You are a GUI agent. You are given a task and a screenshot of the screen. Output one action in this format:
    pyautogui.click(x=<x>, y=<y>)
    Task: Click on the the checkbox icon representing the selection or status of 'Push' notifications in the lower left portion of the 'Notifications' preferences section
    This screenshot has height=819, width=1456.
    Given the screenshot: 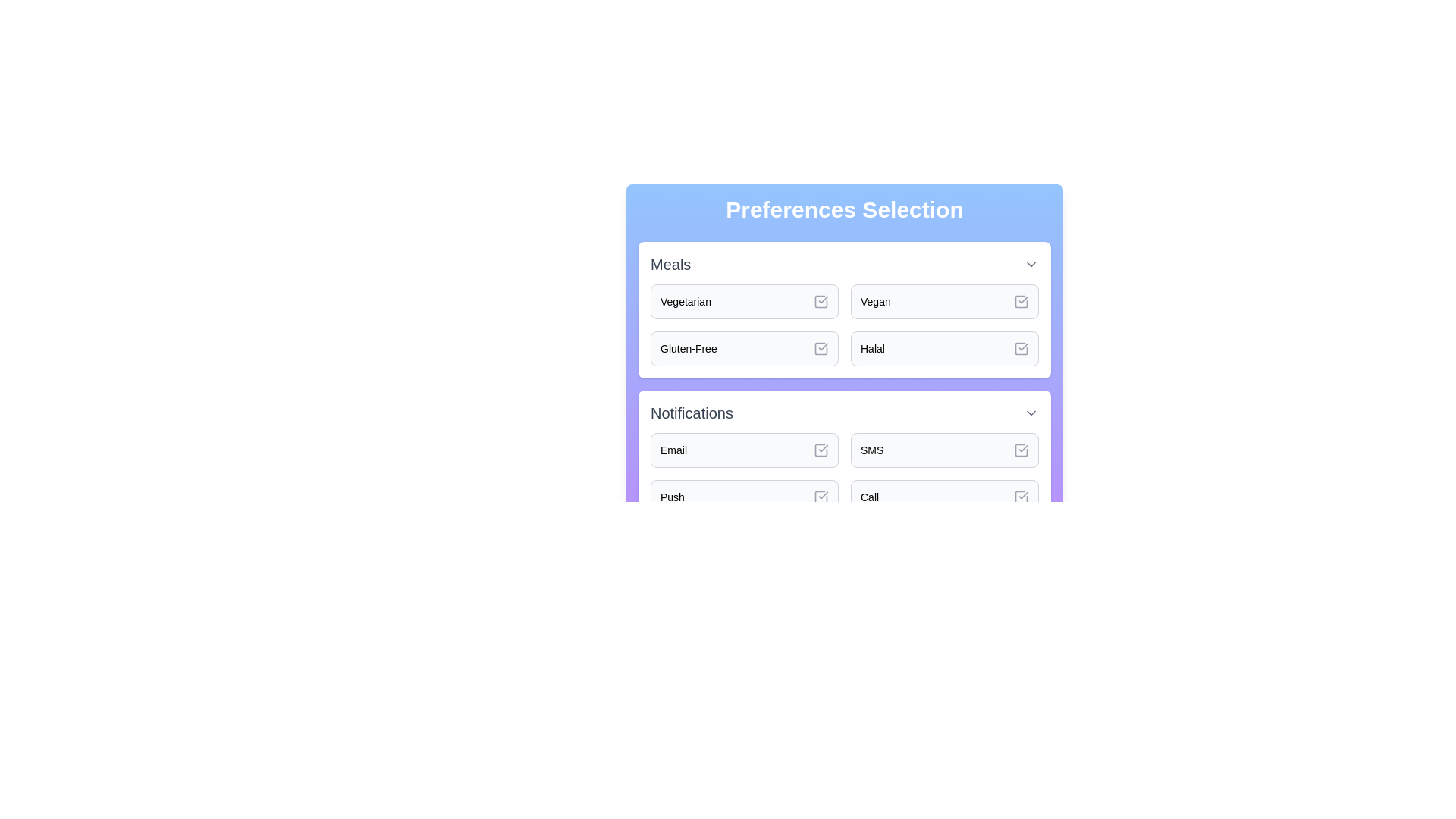 What is the action you would take?
    pyautogui.click(x=821, y=497)
    